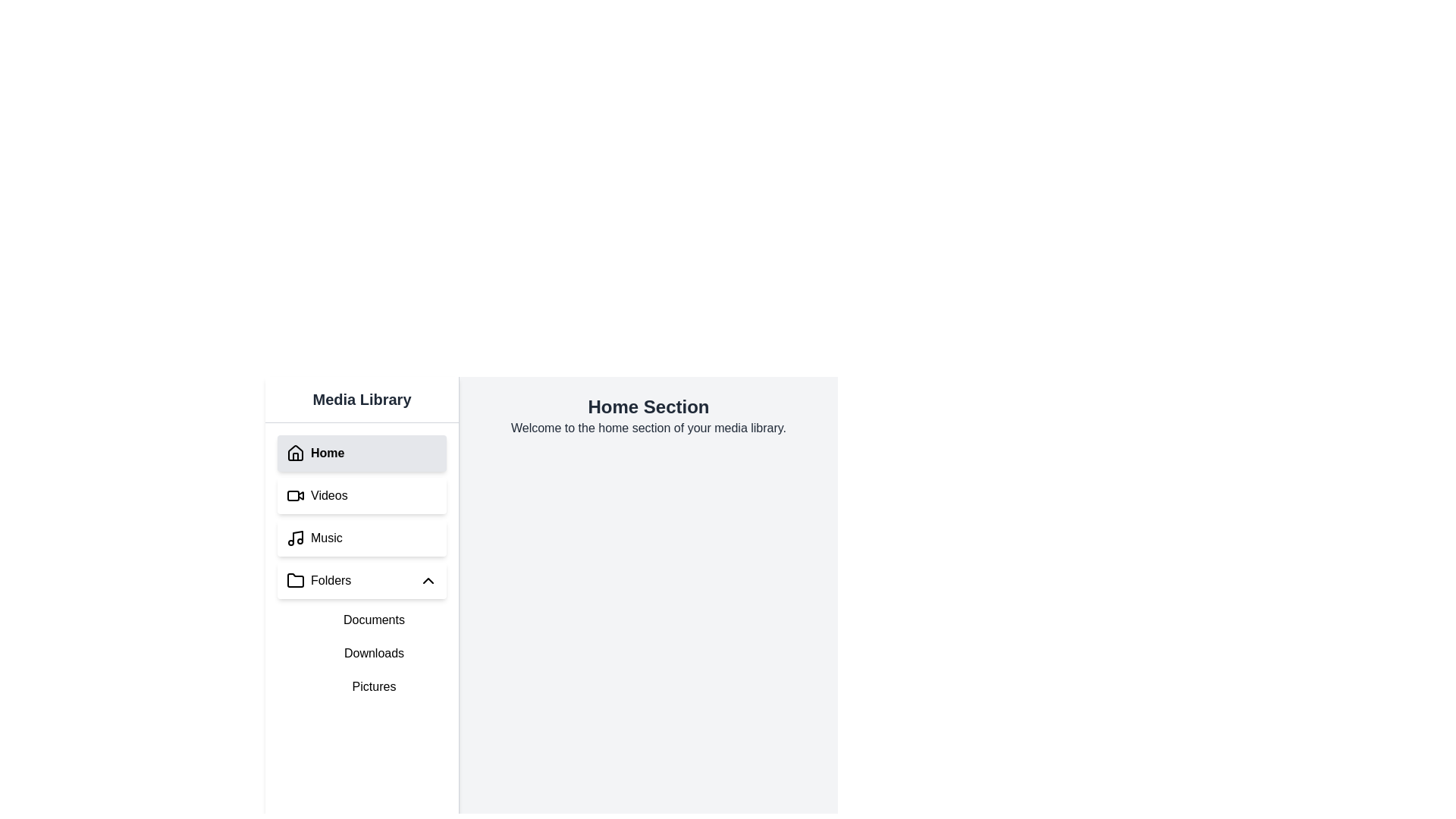 The image size is (1456, 819). I want to click on the navigation menu located, so click(361, 568).